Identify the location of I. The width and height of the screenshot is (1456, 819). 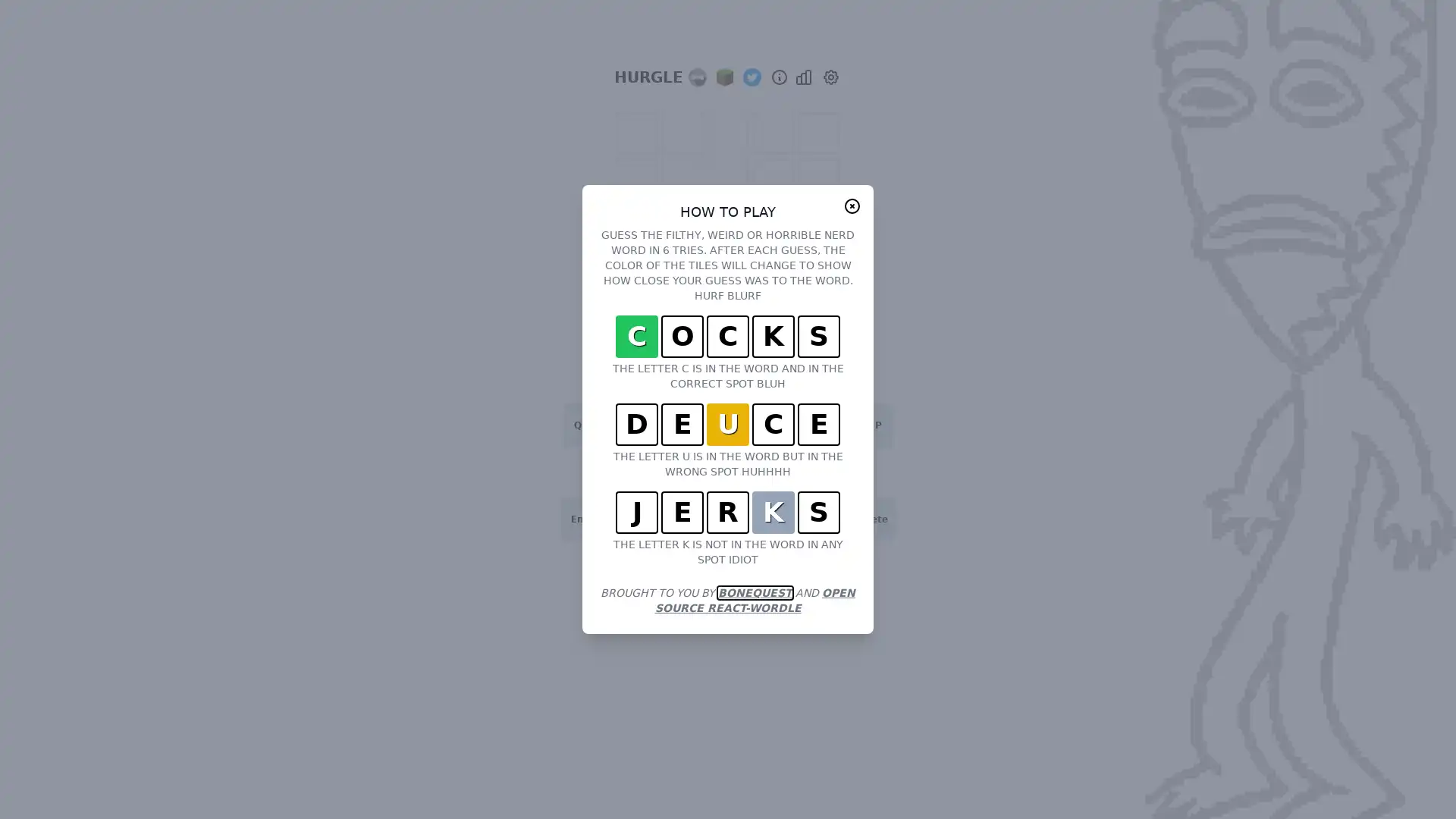
(811, 425).